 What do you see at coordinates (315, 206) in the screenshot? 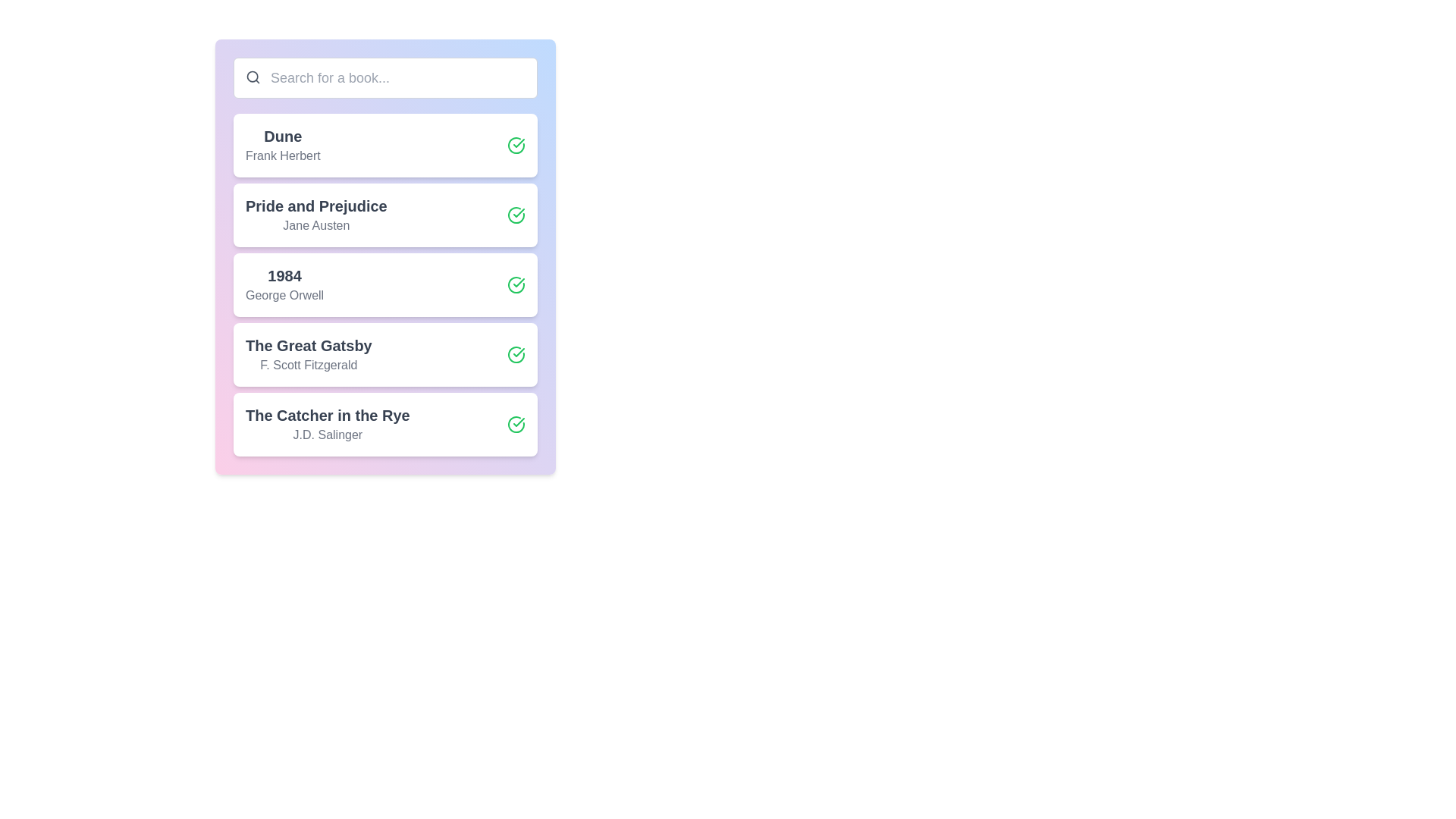
I see `the text label displaying 'Pride and Prejudice' in bold, extra-large dark gray font, positioned above 'Jane Austen' within its card` at bounding box center [315, 206].